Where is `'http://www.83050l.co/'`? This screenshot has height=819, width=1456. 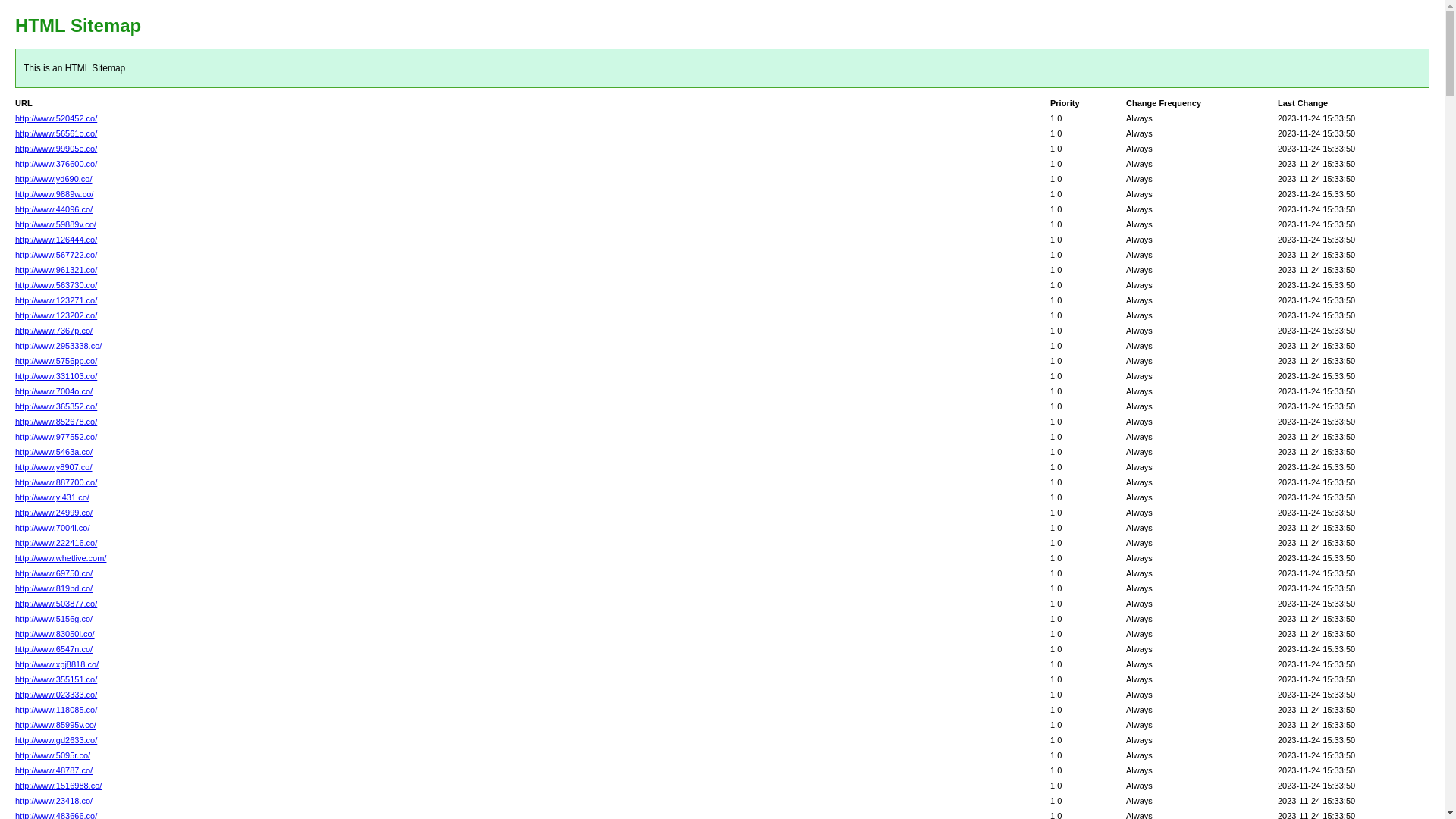
'http://www.83050l.co/' is located at coordinates (14, 634).